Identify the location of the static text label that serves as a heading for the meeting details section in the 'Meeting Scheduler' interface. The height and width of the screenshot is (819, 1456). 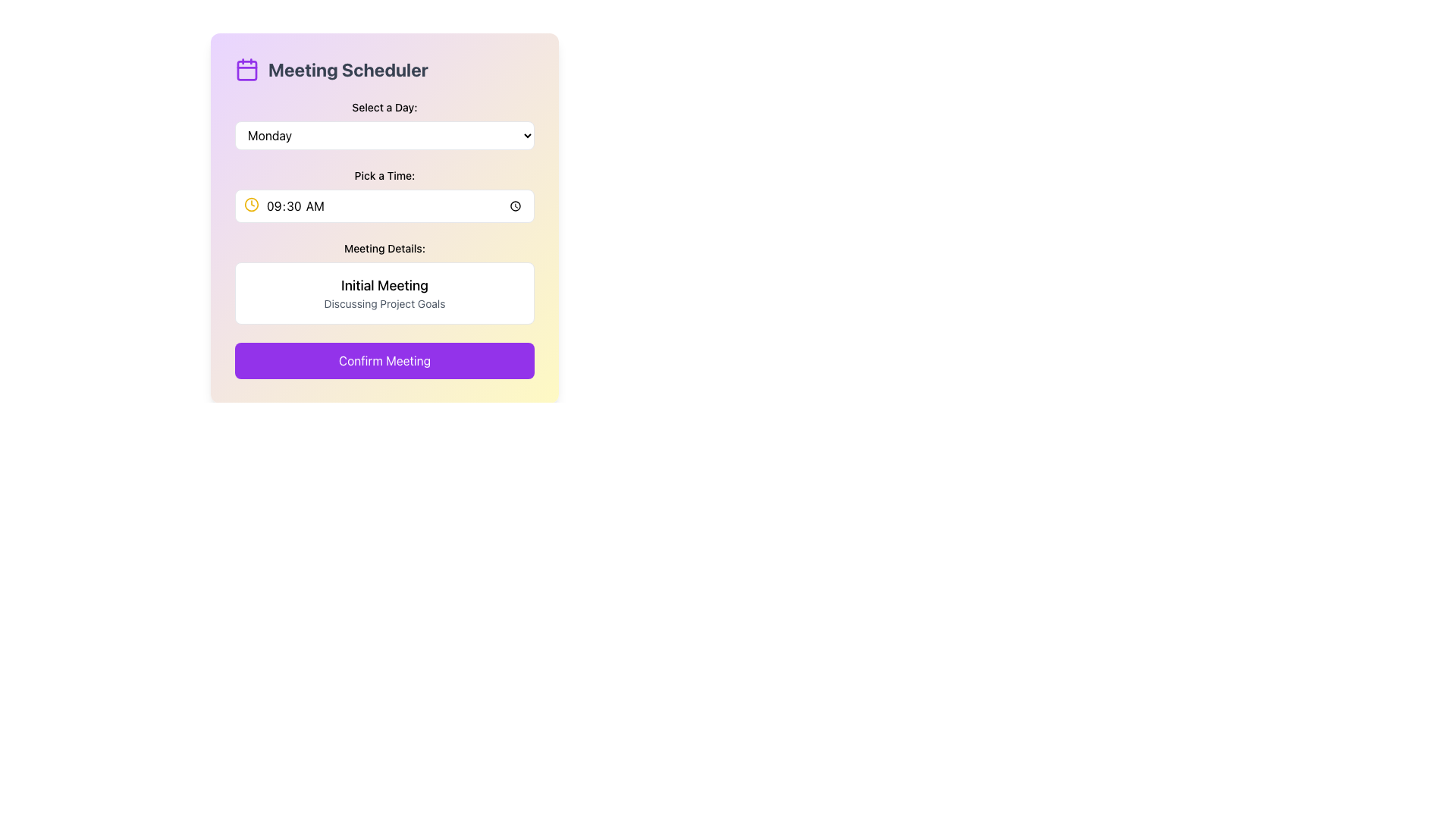
(384, 247).